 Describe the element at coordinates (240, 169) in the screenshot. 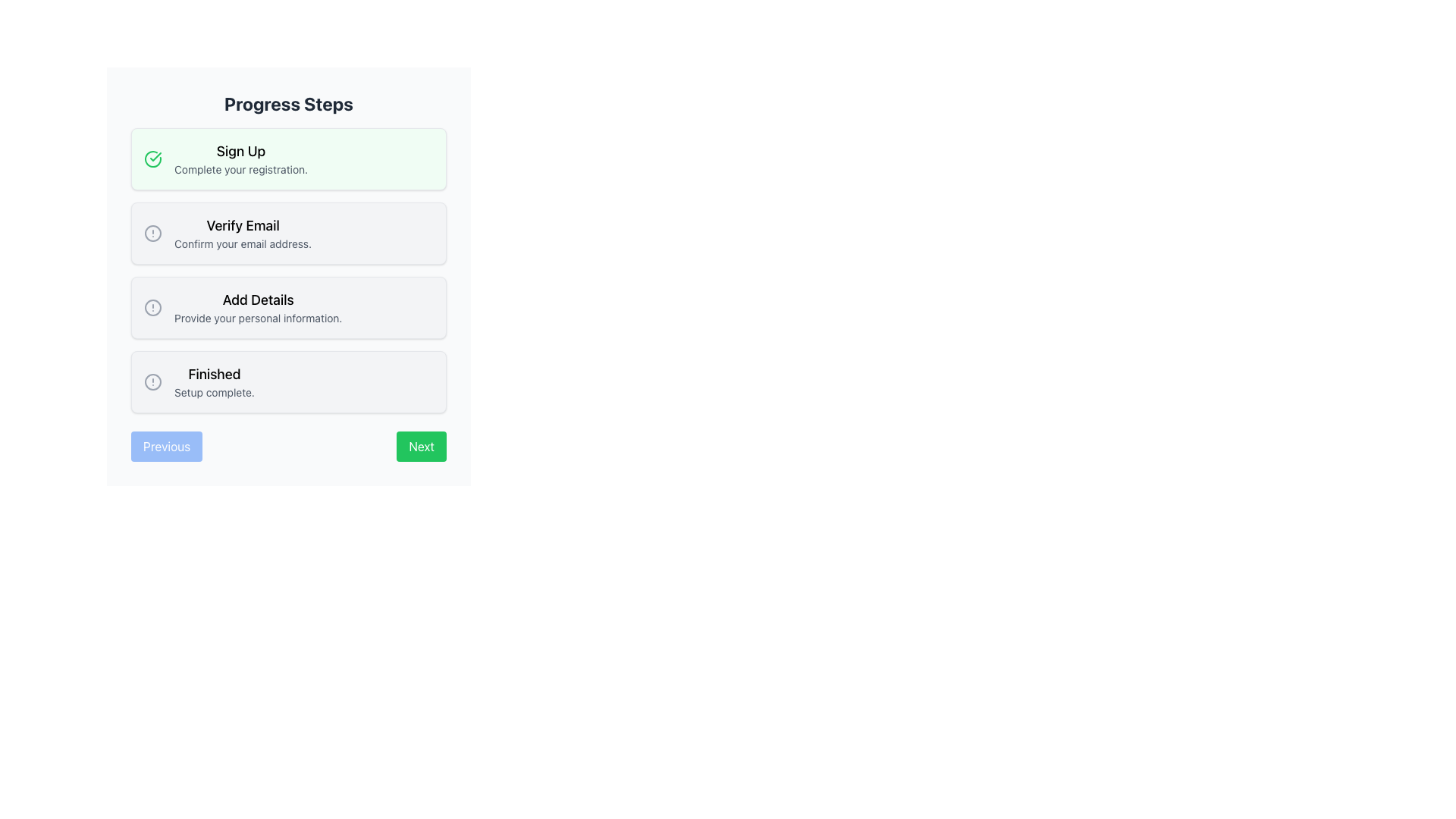

I see `the text element that reads 'Complete your registration.' which is styled in small gray font and positioned below 'Sign Up' within a green-highlighted box` at that location.